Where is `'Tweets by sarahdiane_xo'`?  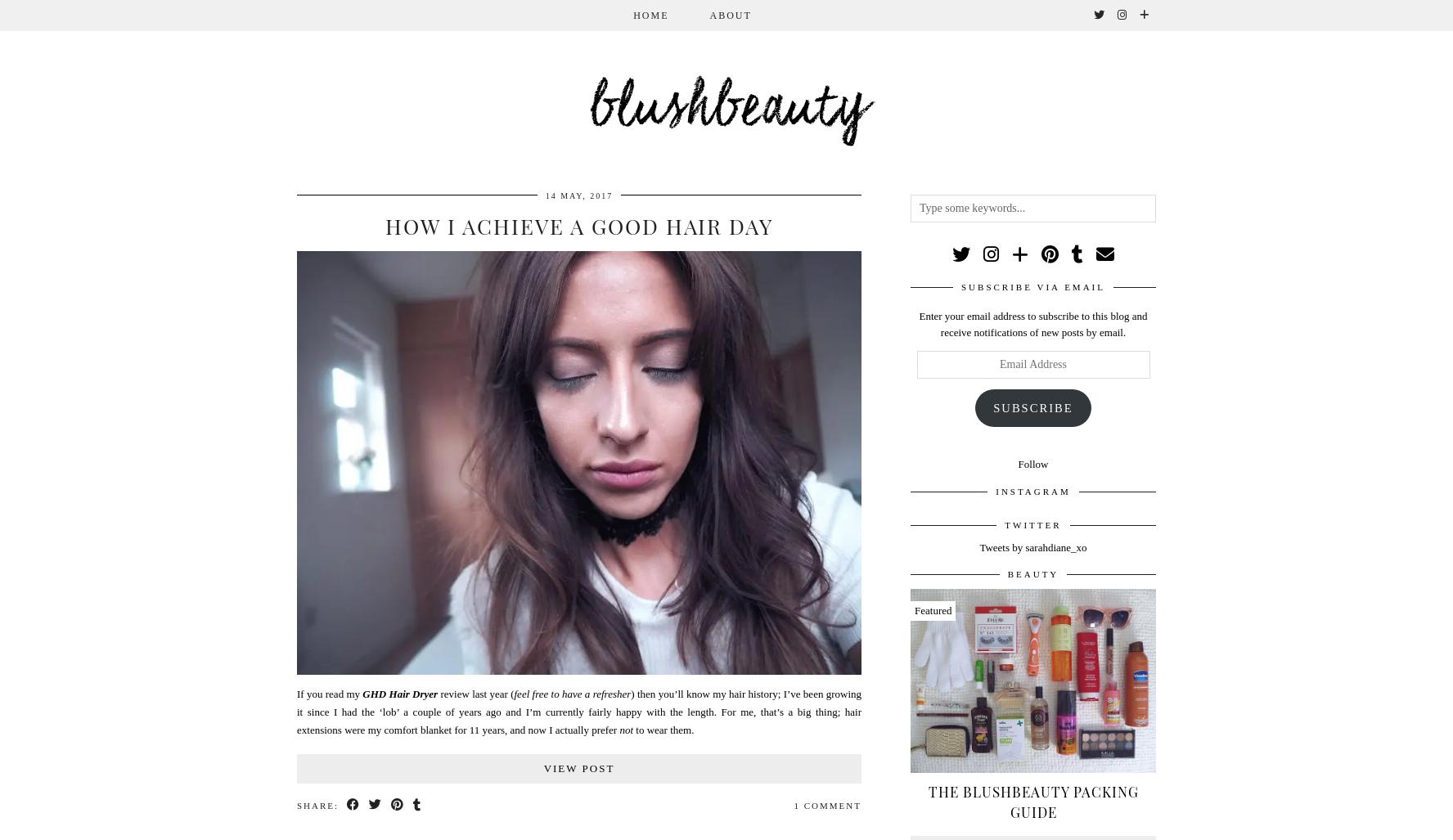
'Tweets by sarahdiane_xo' is located at coordinates (978, 546).